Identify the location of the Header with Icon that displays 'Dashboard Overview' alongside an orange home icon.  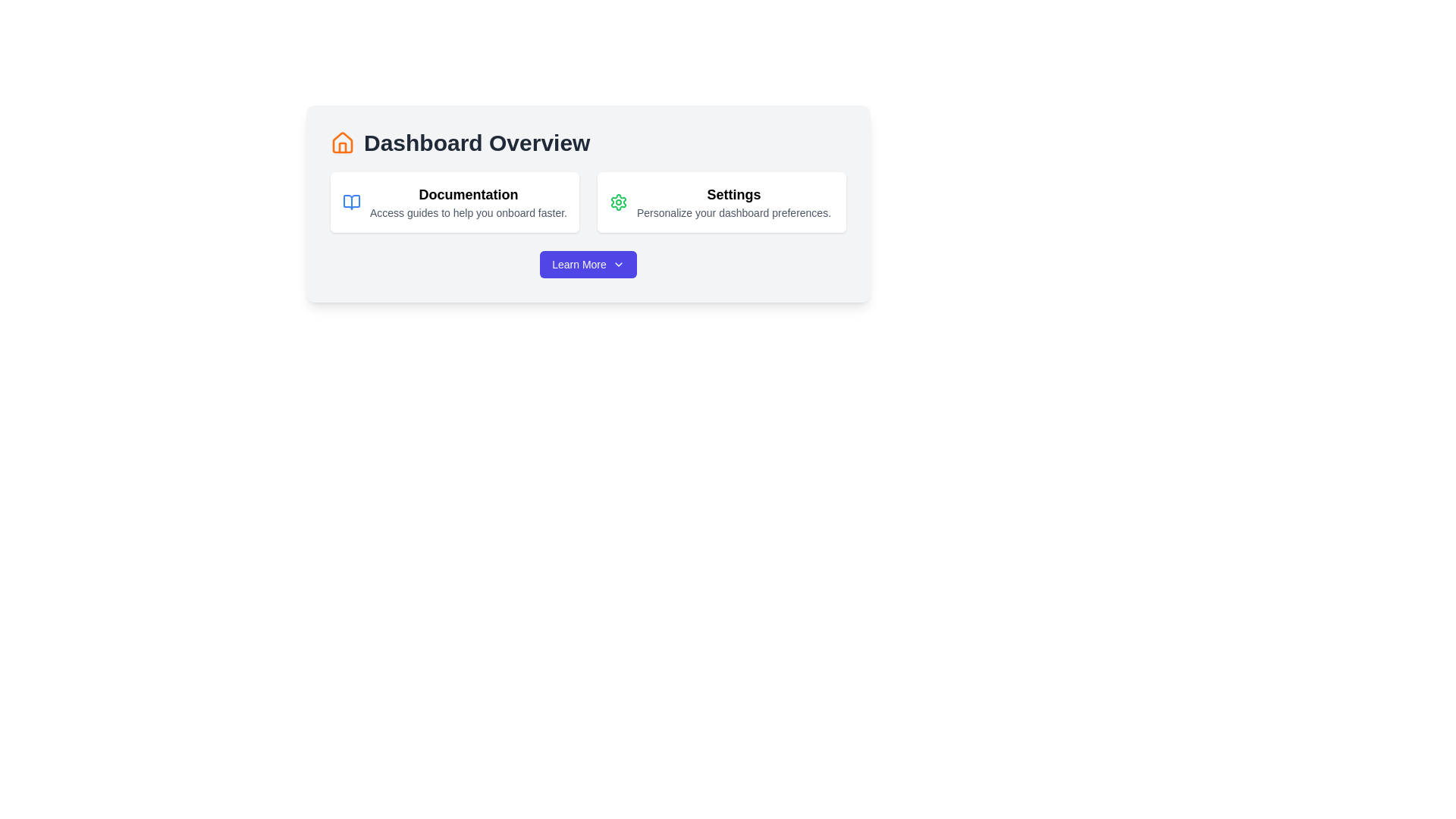
(588, 143).